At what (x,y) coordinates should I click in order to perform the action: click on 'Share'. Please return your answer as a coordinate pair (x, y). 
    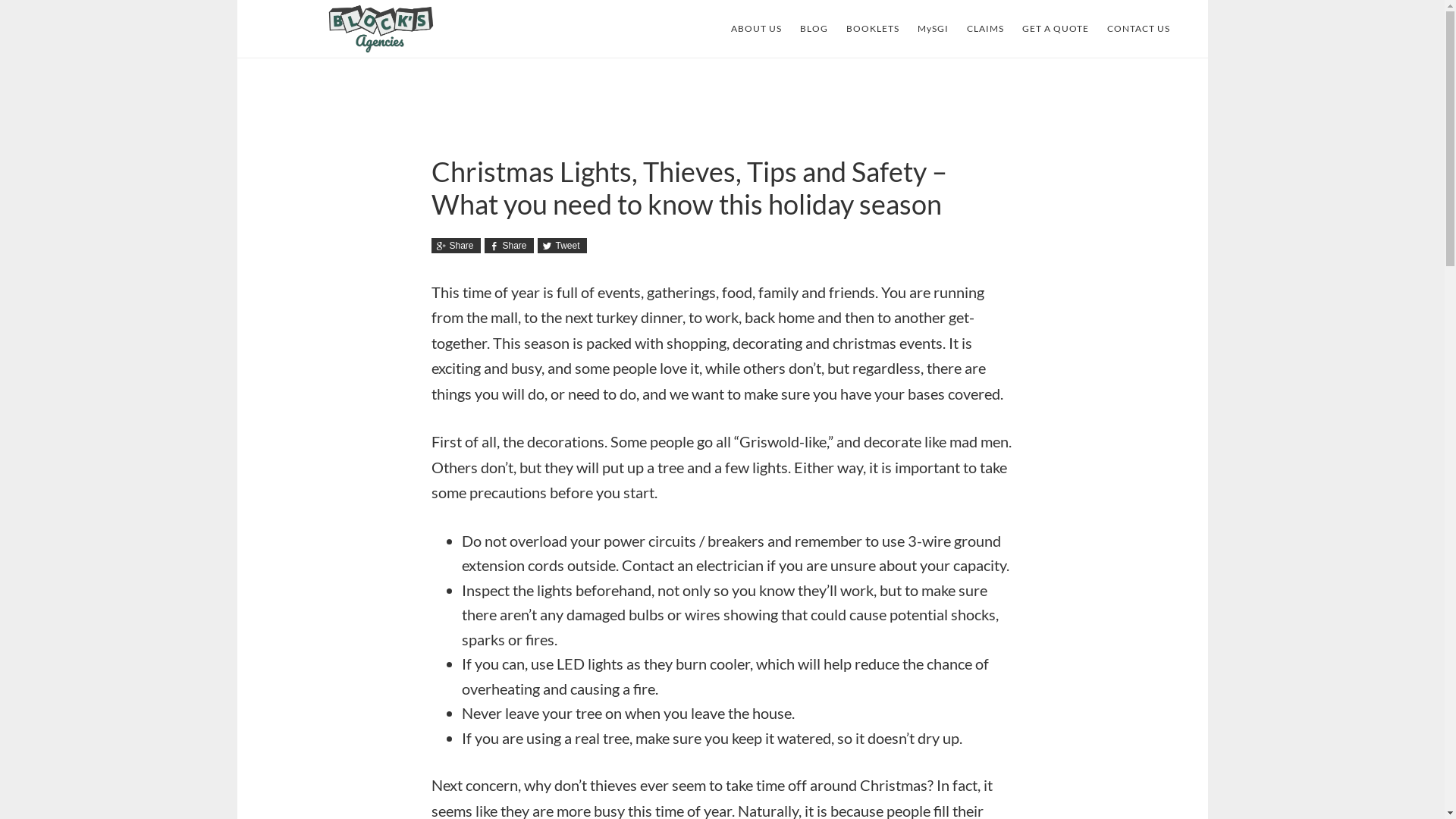
    Looking at the image, I should click on (508, 245).